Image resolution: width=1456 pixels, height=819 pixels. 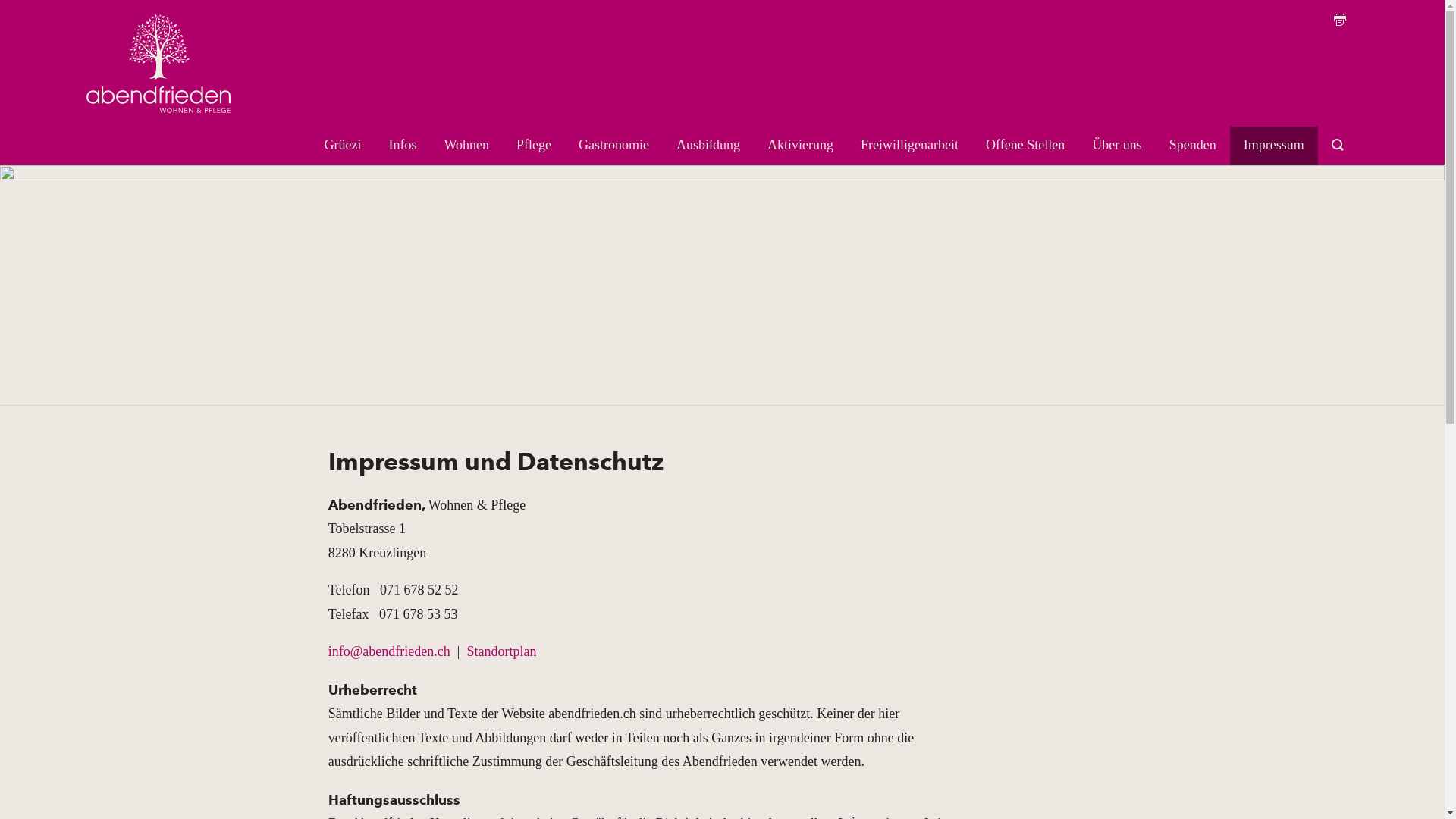 What do you see at coordinates (799, 146) in the screenshot?
I see `'Aktivierung'` at bounding box center [799, 146].